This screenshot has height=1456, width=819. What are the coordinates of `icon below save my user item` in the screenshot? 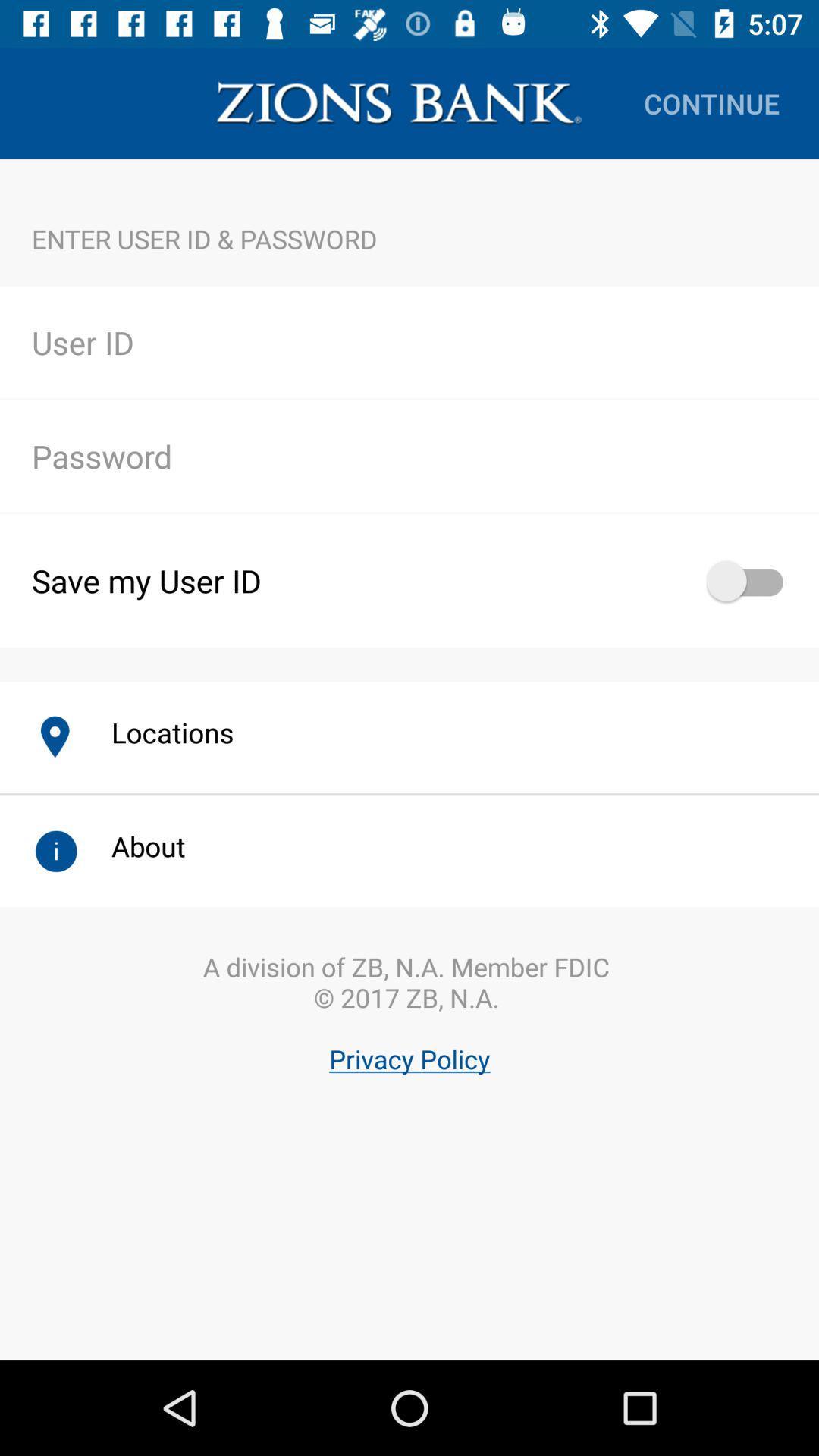 It's located at (156, 732).